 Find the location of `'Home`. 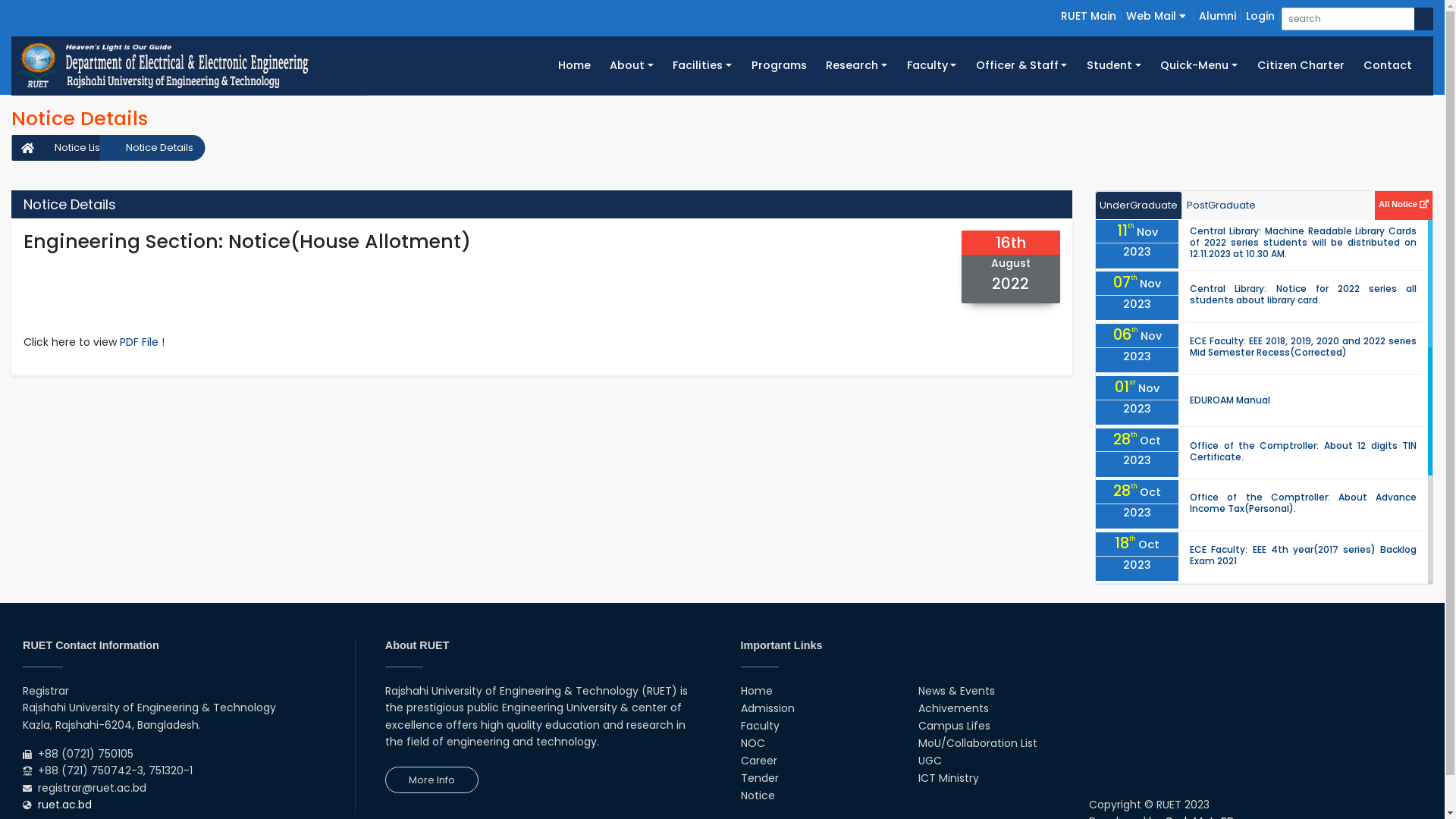

'Home is located at coordinates (548, 64).